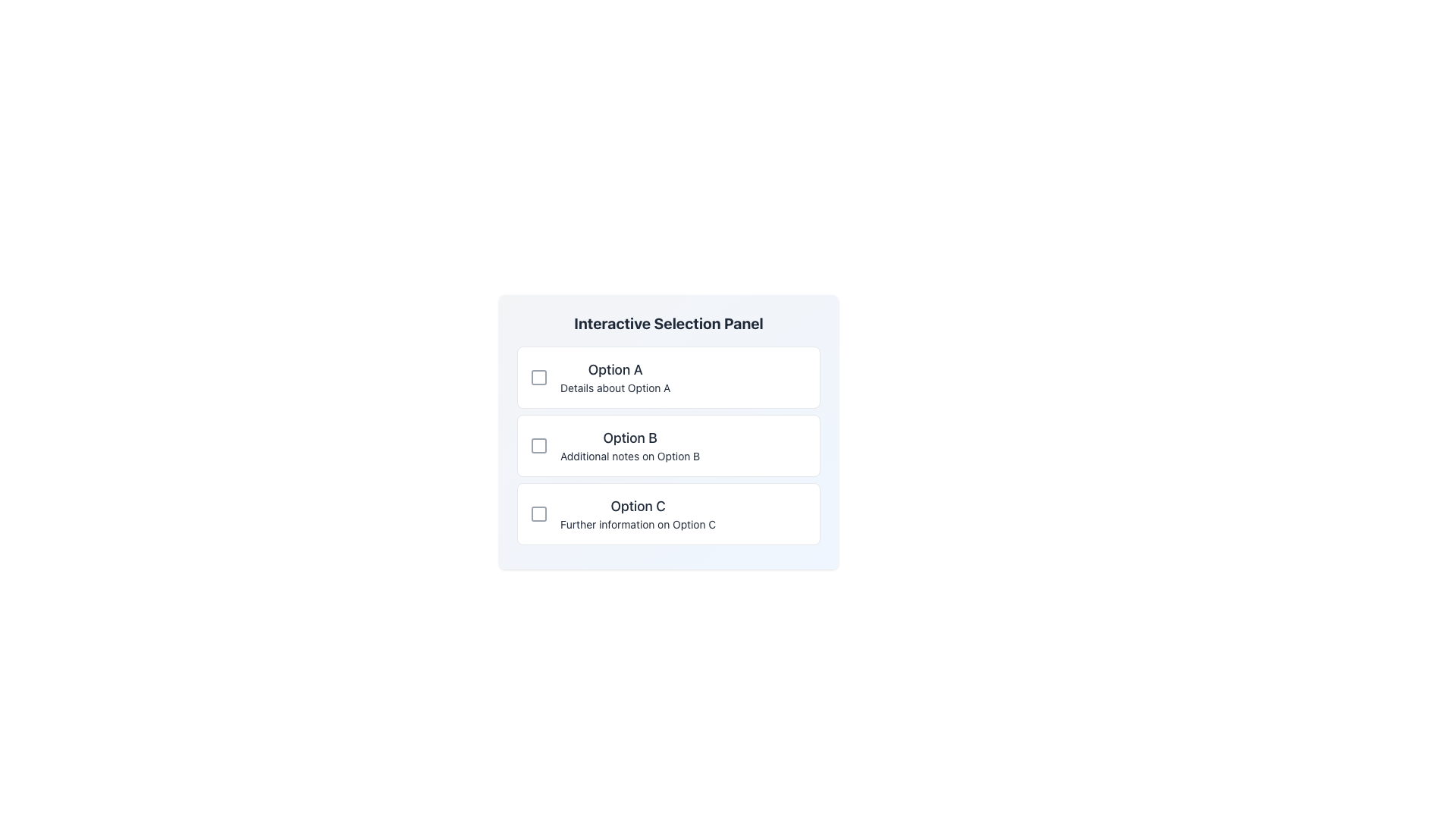 This screenshot has width=1456, height=819. I want to click on the text label that identifies the second selectable option in the list, positioned between 'Option A' and 'Option C', so click(630, 438).